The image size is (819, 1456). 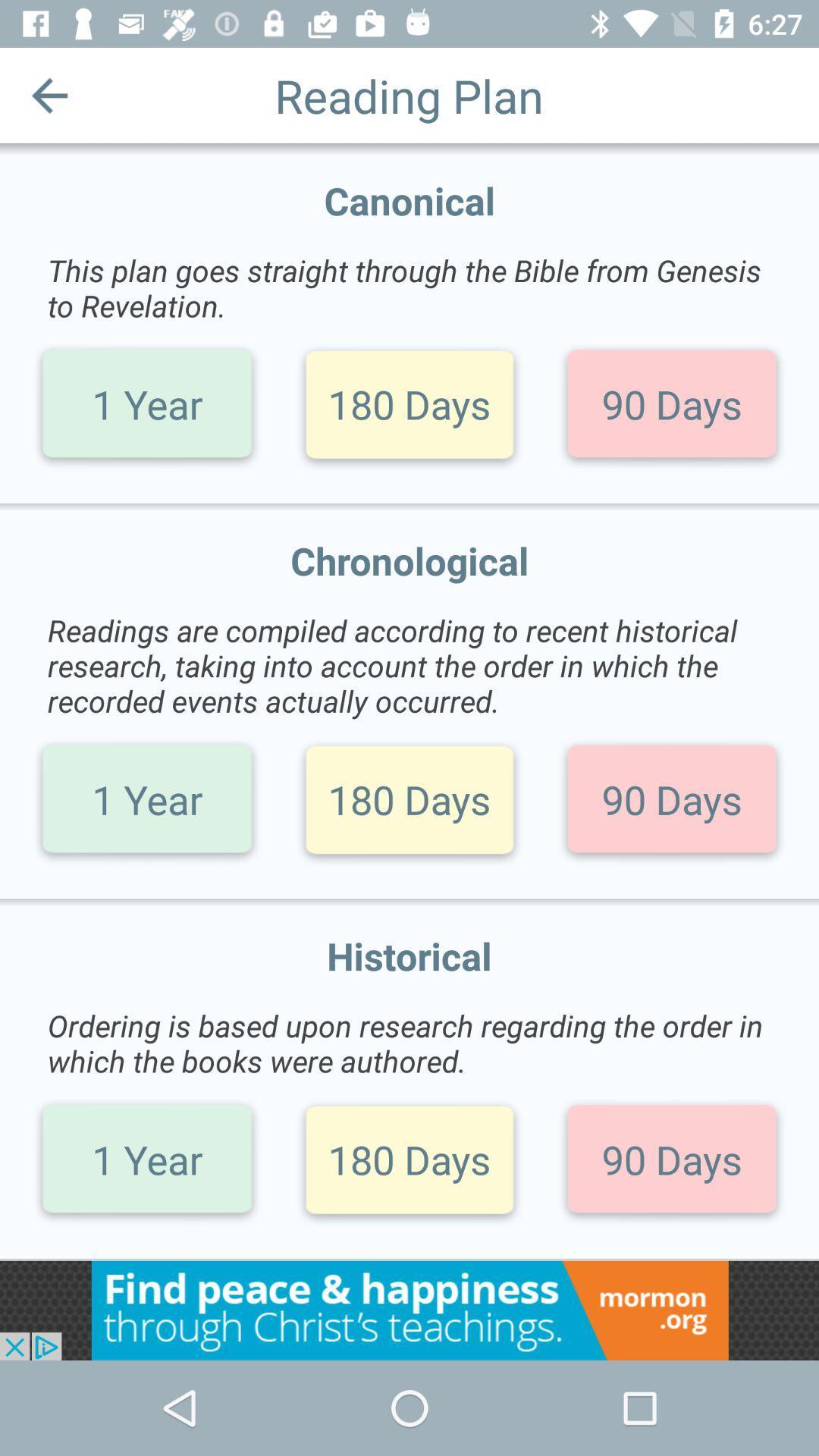 I want to click on going back option, so click(x=49, y=94).